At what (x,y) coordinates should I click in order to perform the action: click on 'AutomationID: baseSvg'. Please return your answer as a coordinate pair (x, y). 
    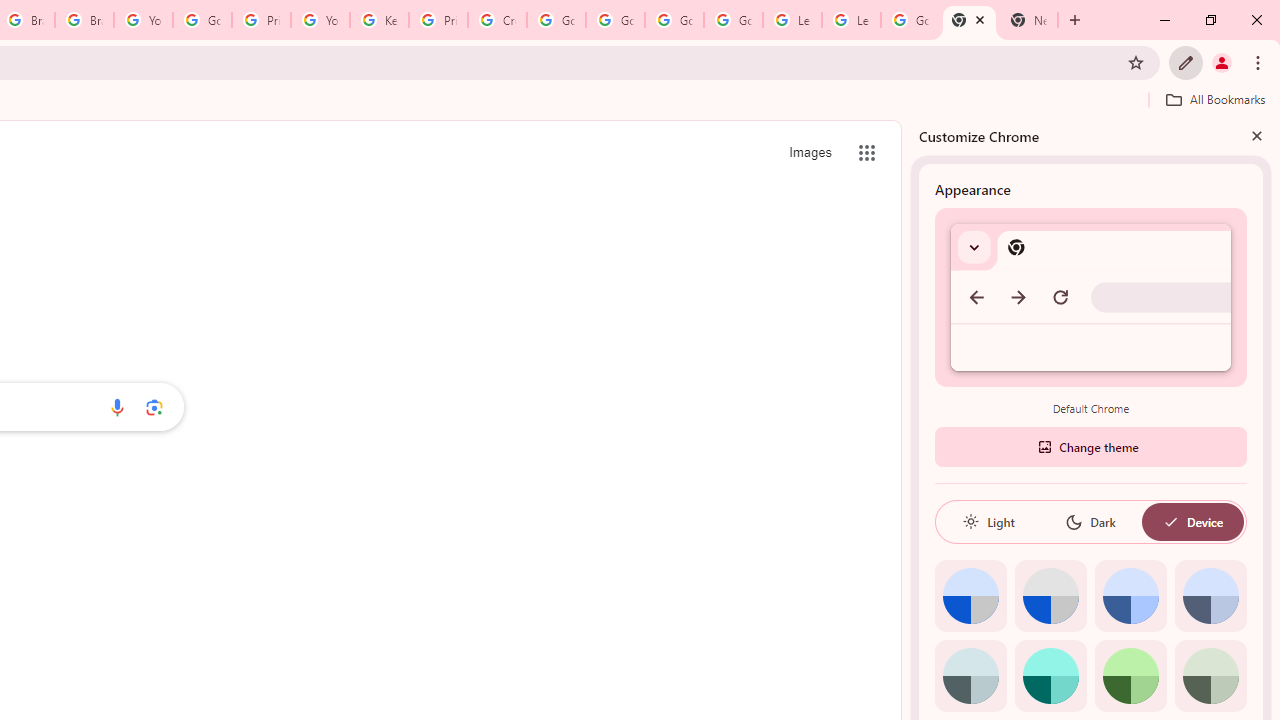
    Looking at the image, I should click on (1170, 521).